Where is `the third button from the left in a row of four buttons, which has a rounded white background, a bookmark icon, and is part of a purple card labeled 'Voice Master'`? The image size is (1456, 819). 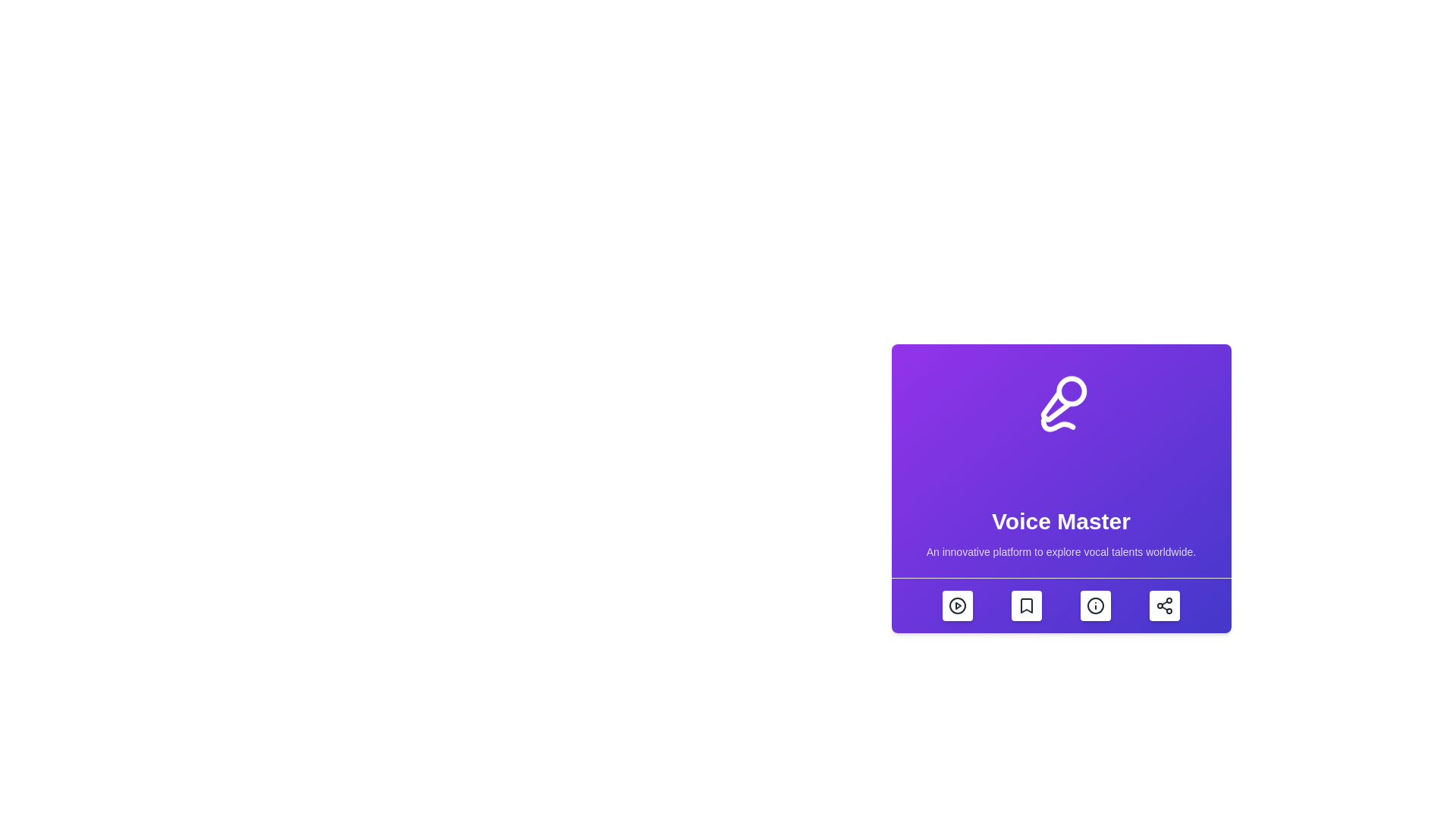
the third button from the left in a row of four buttons, which has a rounded white background, a bookmark icon, and is part of a purple card labeled 'Voice Master' is located at coordinates (1026, 604).